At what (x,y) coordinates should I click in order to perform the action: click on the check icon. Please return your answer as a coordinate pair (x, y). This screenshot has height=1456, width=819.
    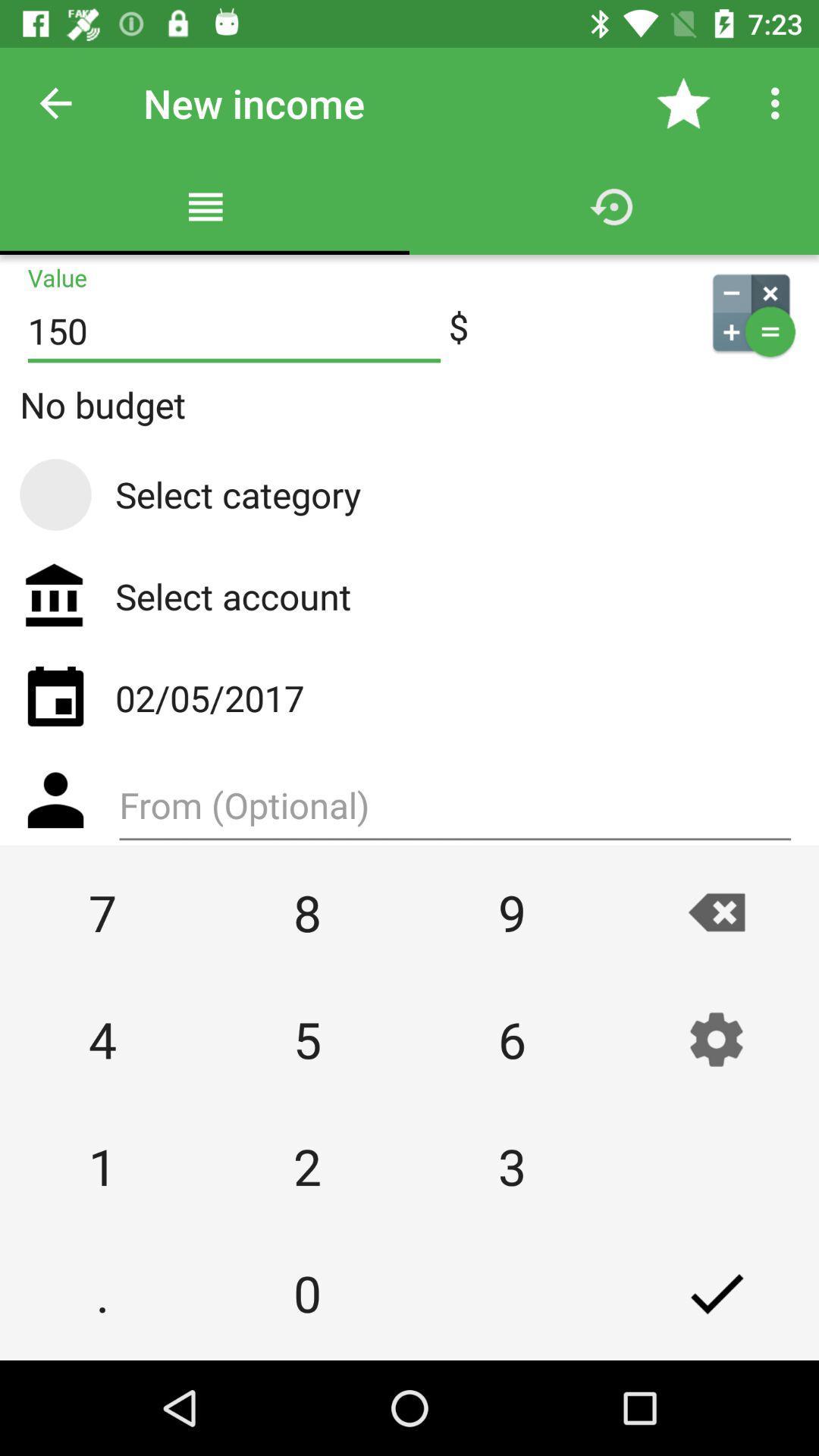
    Looking at the image, I should click on (717, 1292).